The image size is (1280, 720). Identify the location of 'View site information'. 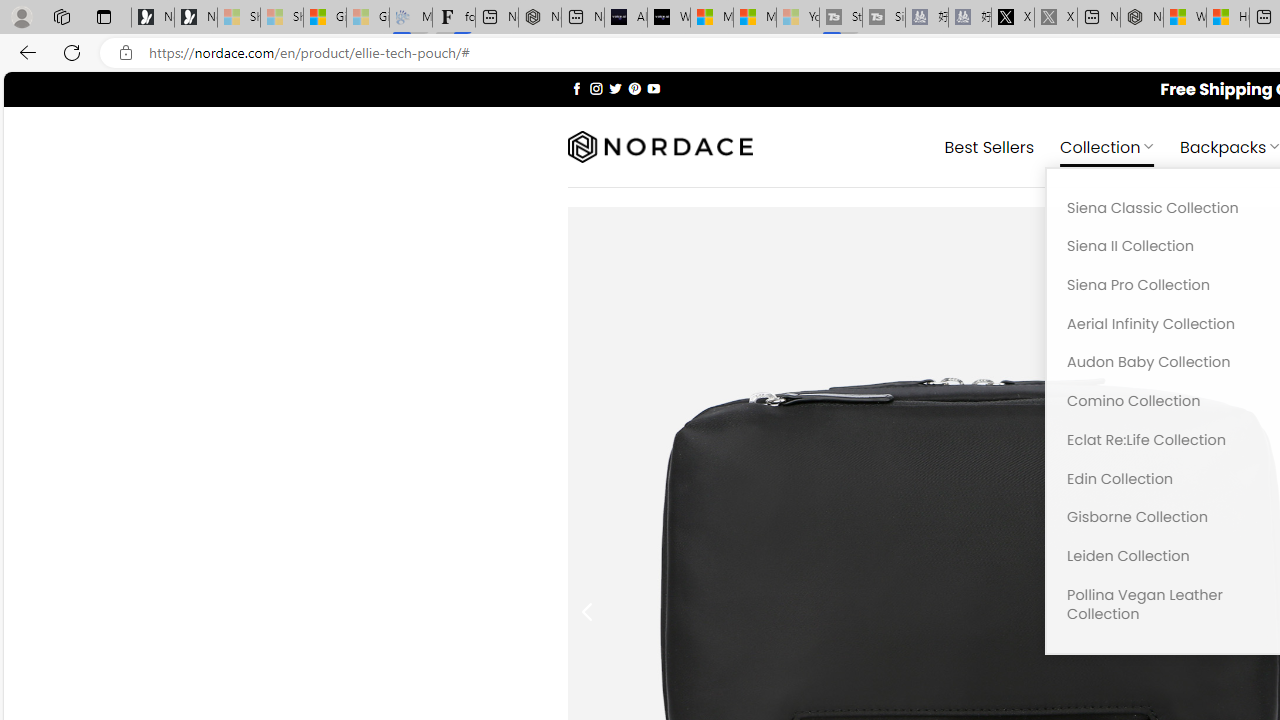
(125, 52).